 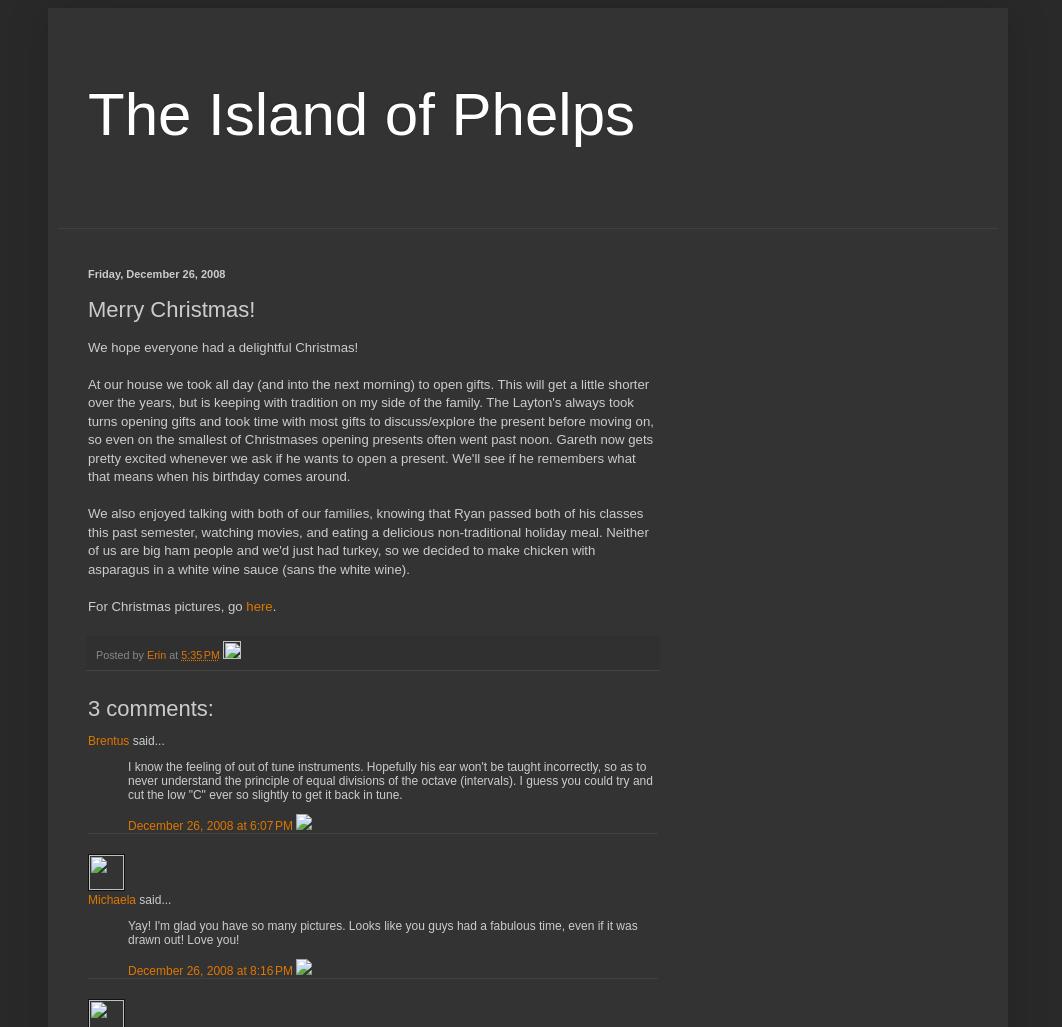 I want to click on 'I know the feeling of out of tune instruments. Hopefully his ear won't be taught incorrectly, so as to never understand the principle of equal divisions of the octave (intervals). I guess you could try and cut the low "C" ever so slightly to get it back in tune.', so click(x=388, y=779).